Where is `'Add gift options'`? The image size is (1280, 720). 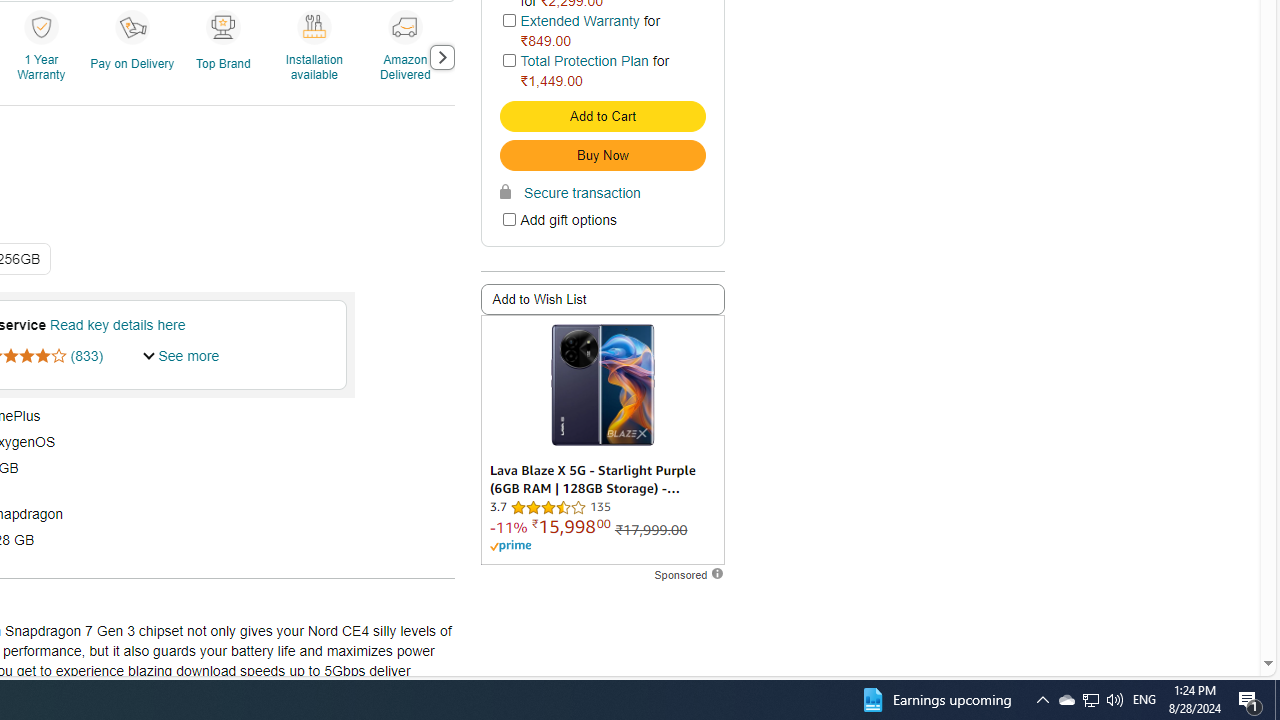 'Add gift options' is located at coordinates (508, 219).